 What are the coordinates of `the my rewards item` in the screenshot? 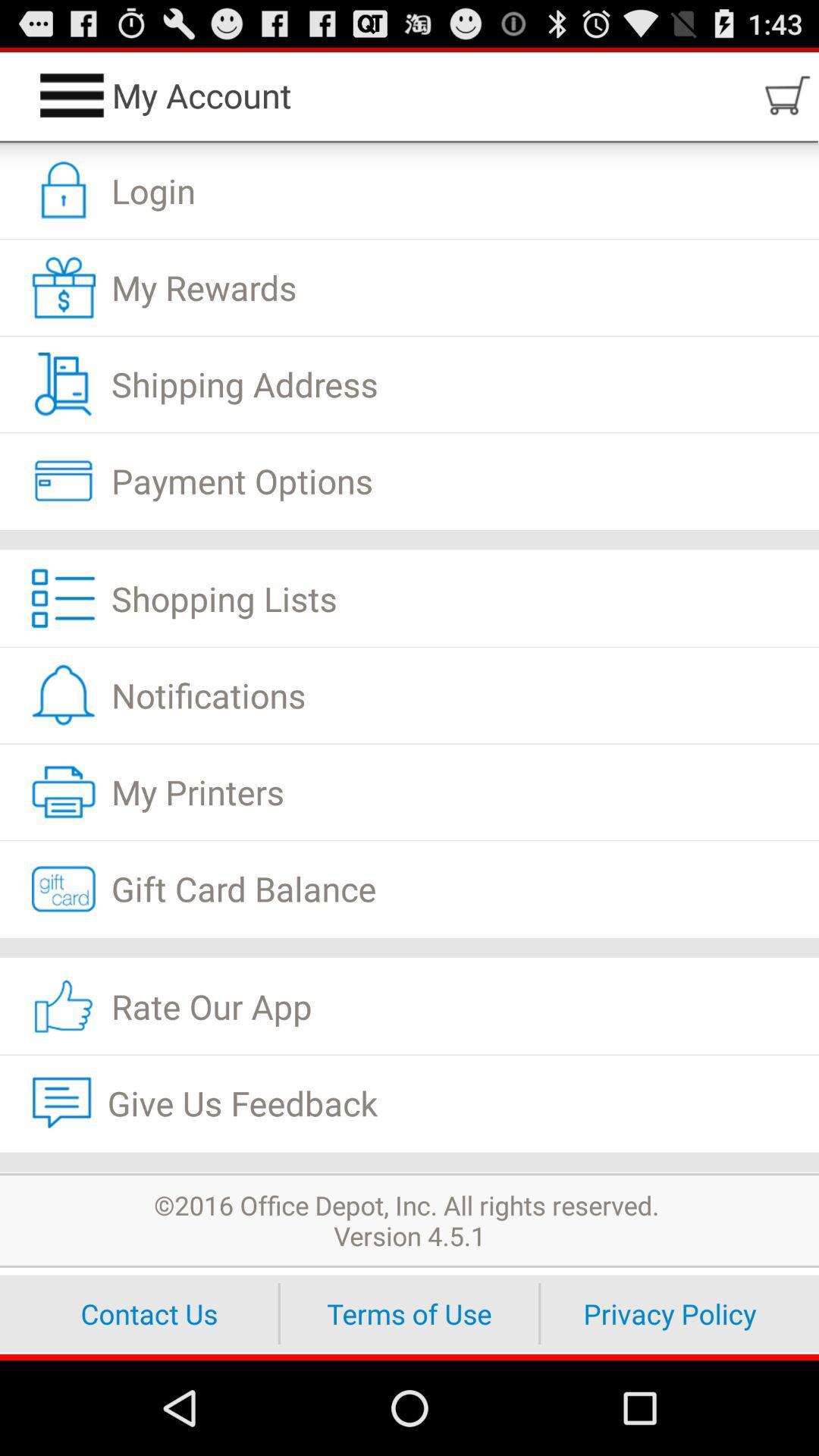 It's located at (409, 287).